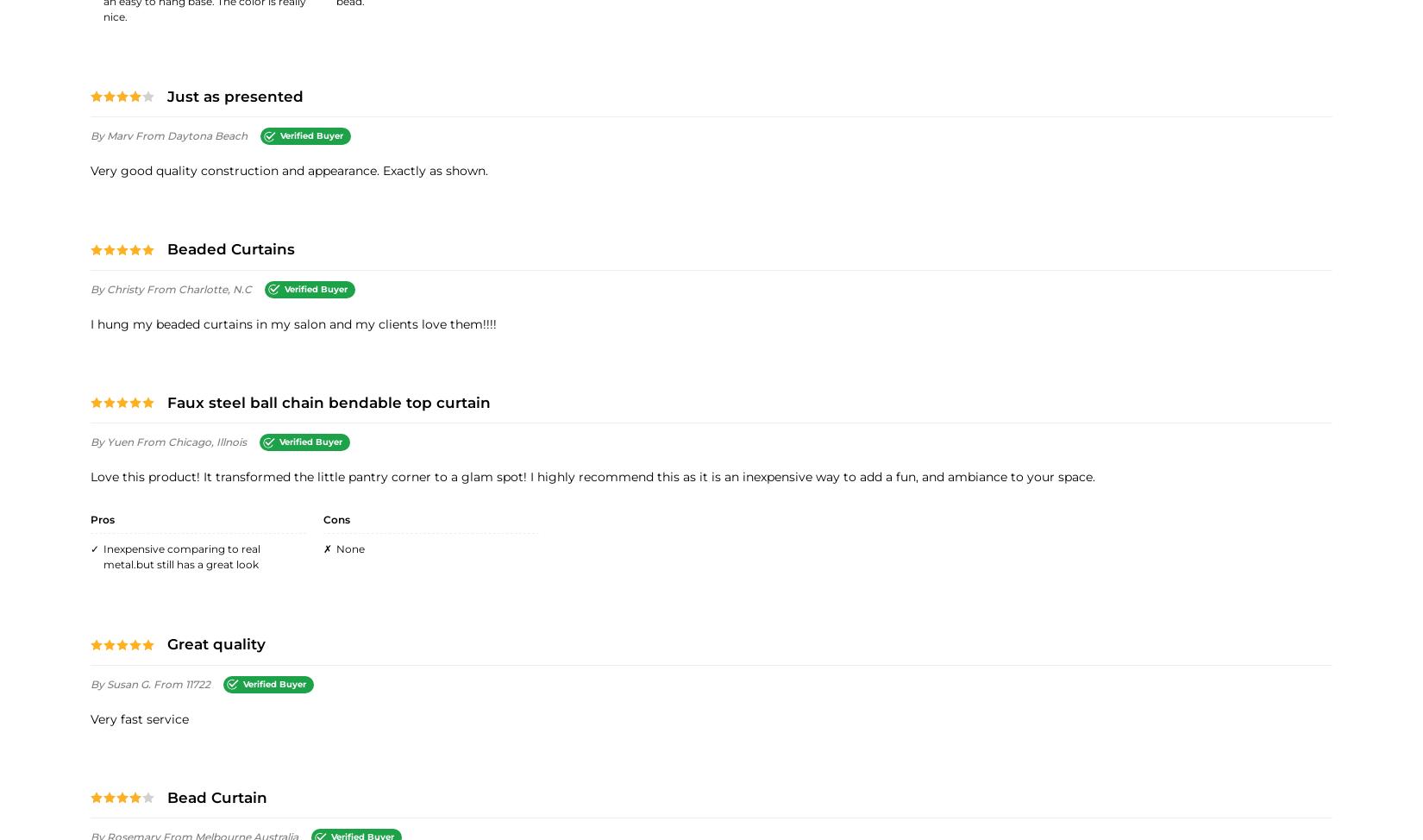 The width and height of the screenshot is (1423, 840). I want to click on 'from Daytona Beach', so click(191, 135).